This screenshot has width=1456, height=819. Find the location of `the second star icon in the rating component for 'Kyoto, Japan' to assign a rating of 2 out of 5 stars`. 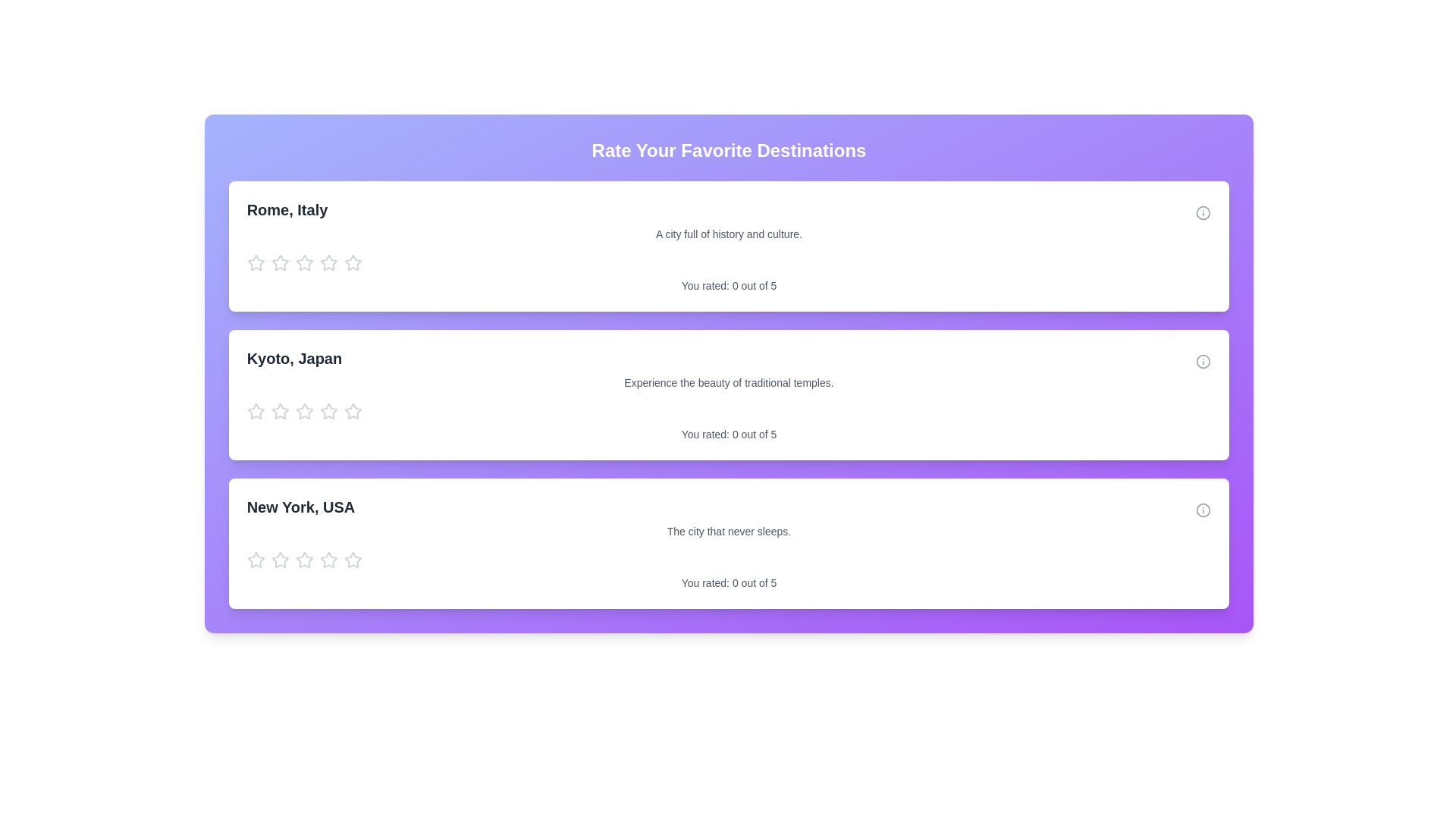

the second star icon in the rating component for 'Kyoto, Japan' to assign a rating of 2 out of 5 stars is located at coordinates (352, 411).